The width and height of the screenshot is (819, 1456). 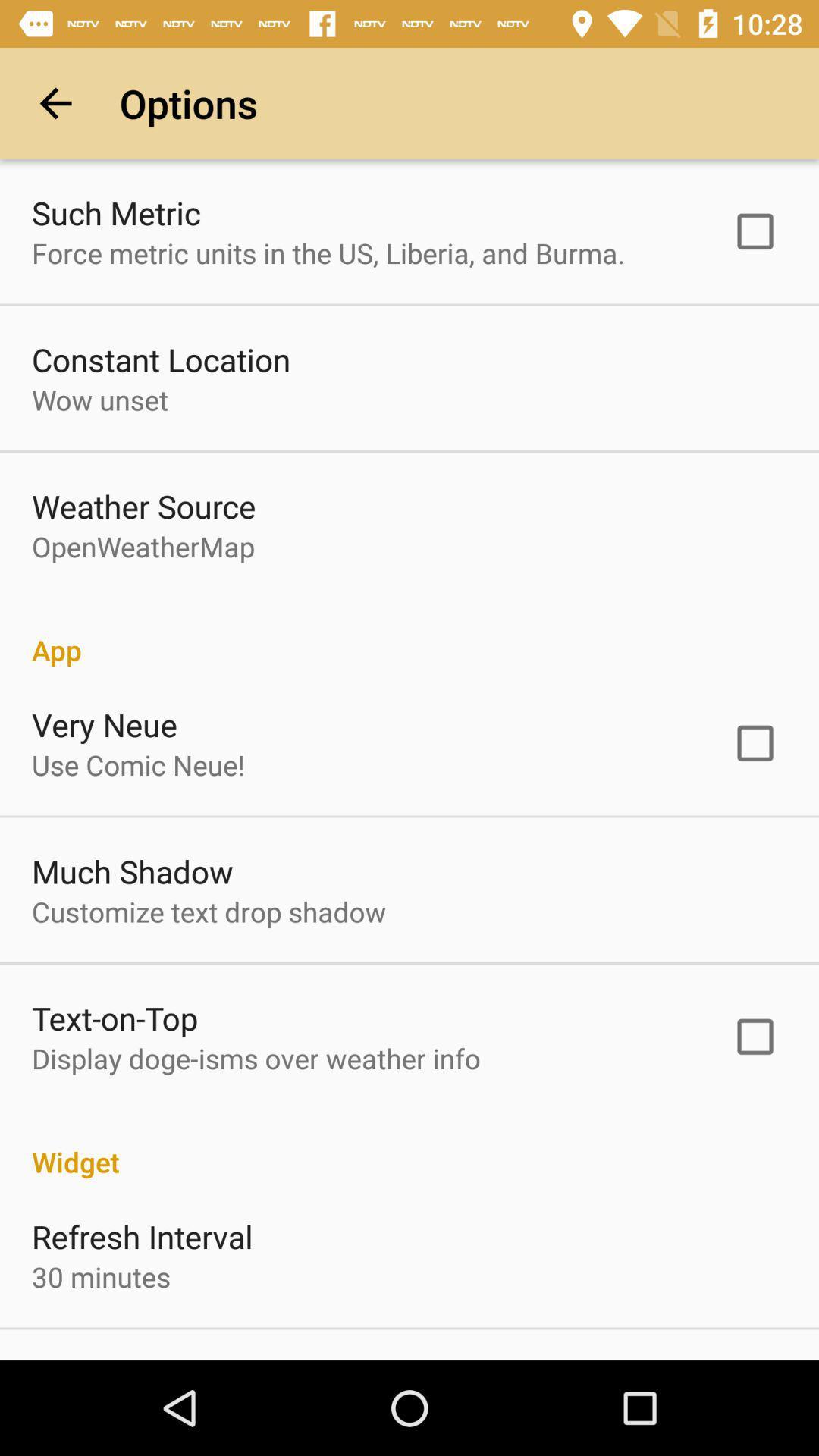 I want to click on the force metric units app, so click(x=328, y=253).